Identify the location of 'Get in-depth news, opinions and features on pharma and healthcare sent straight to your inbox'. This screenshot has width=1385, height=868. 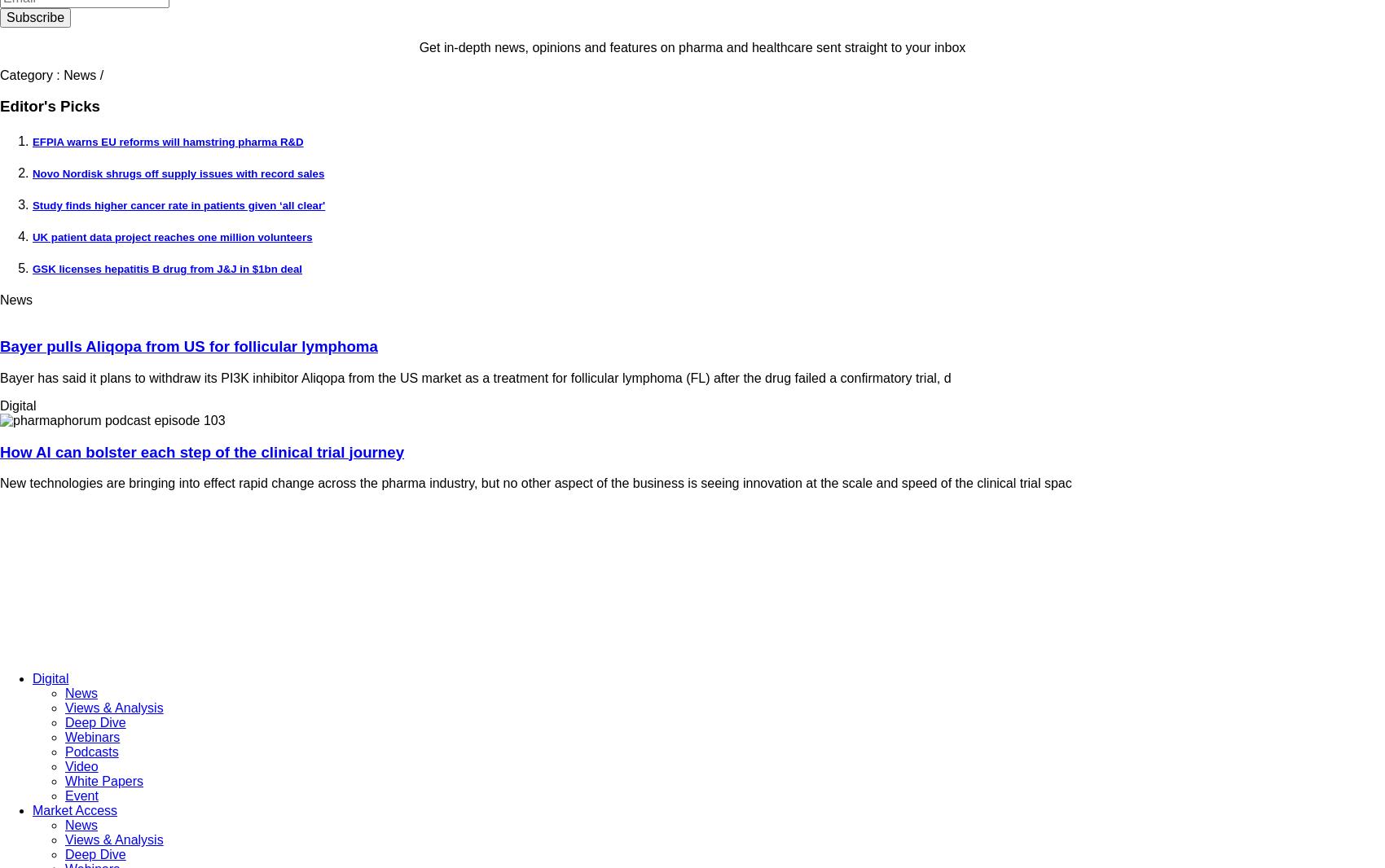
(691, 46).